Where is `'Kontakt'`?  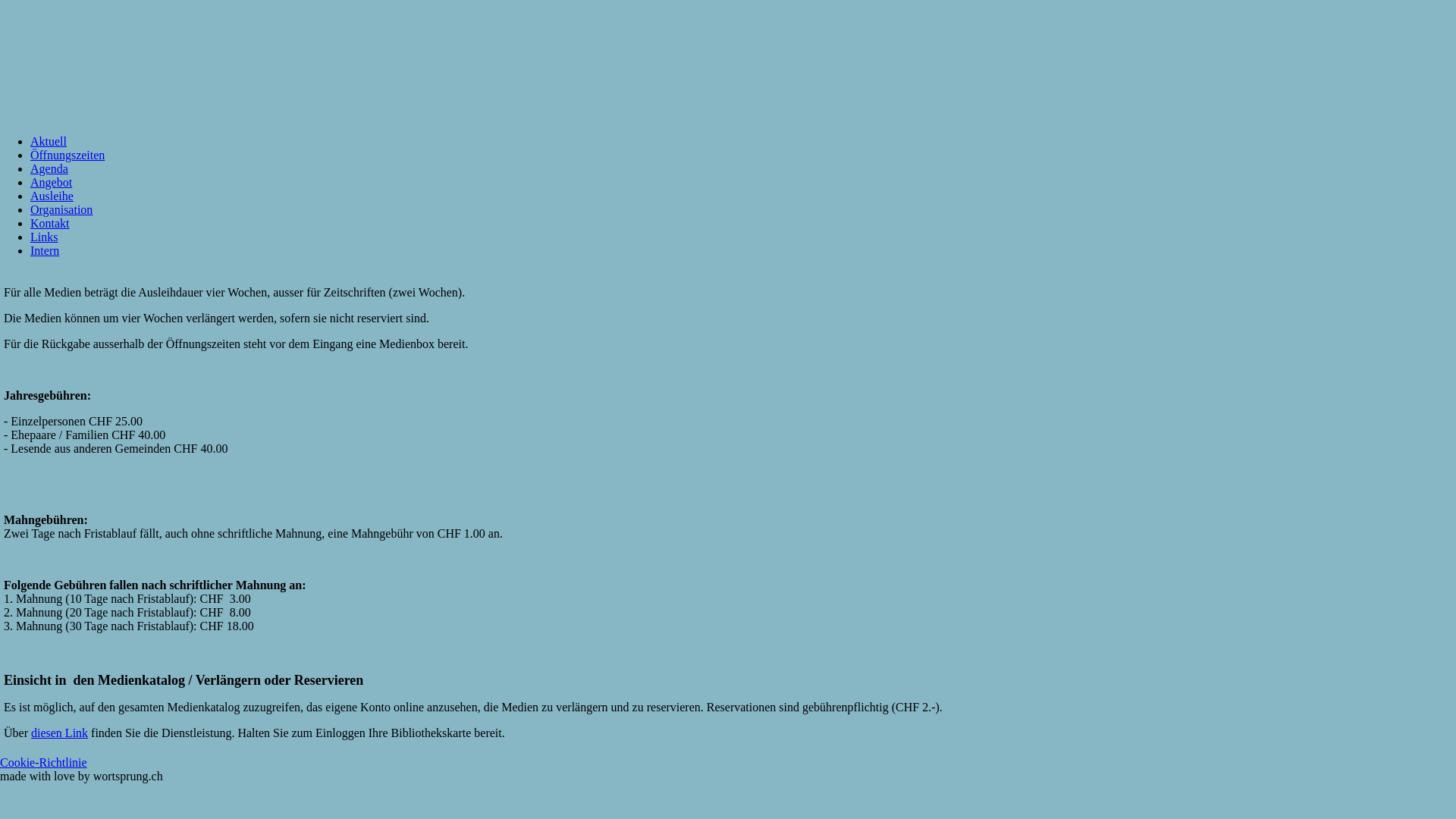
'Kontakt' is located at coordinates (50, 223).